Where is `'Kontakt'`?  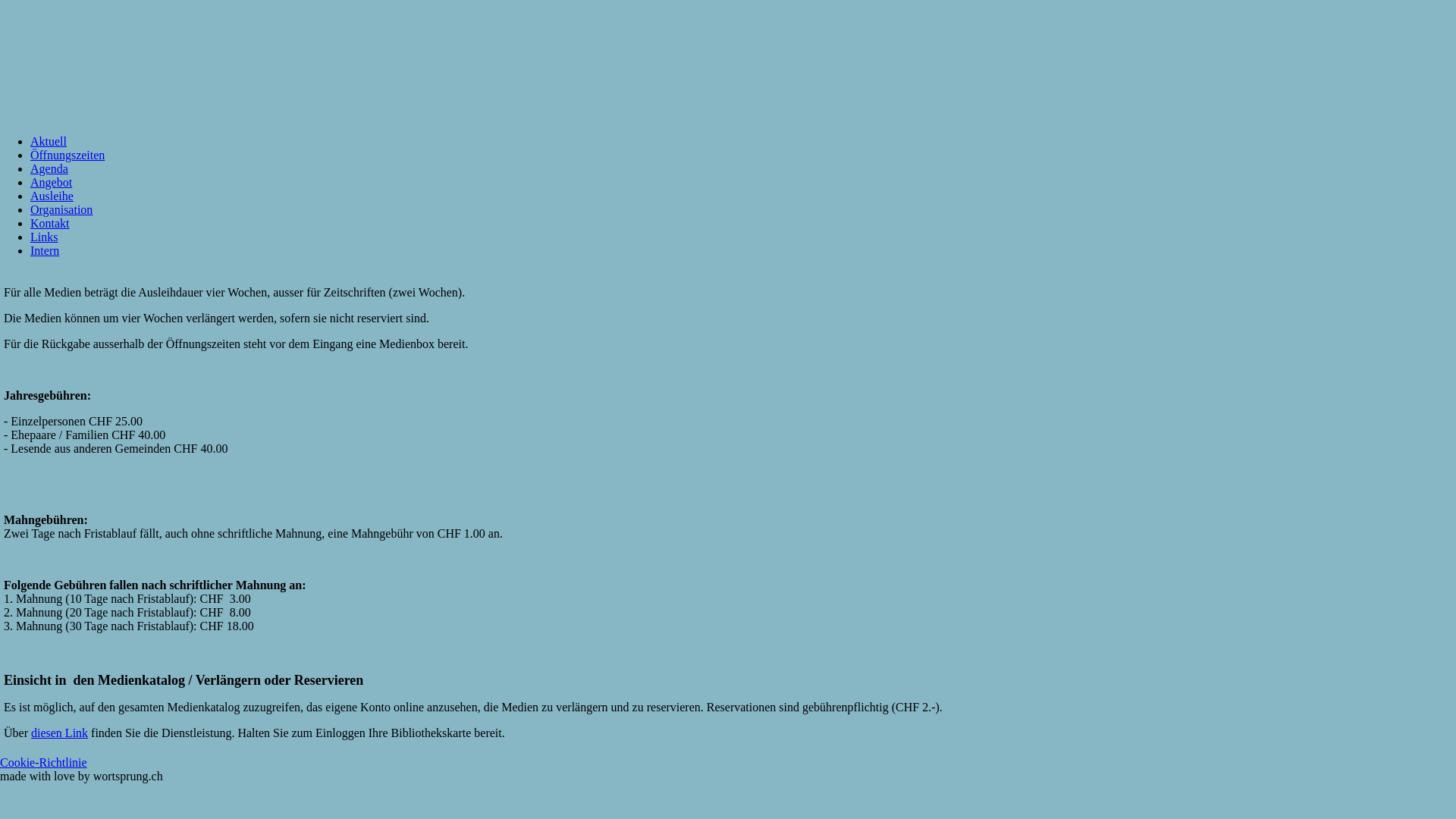
'Kontakt' is located at coordinates (50, 223).